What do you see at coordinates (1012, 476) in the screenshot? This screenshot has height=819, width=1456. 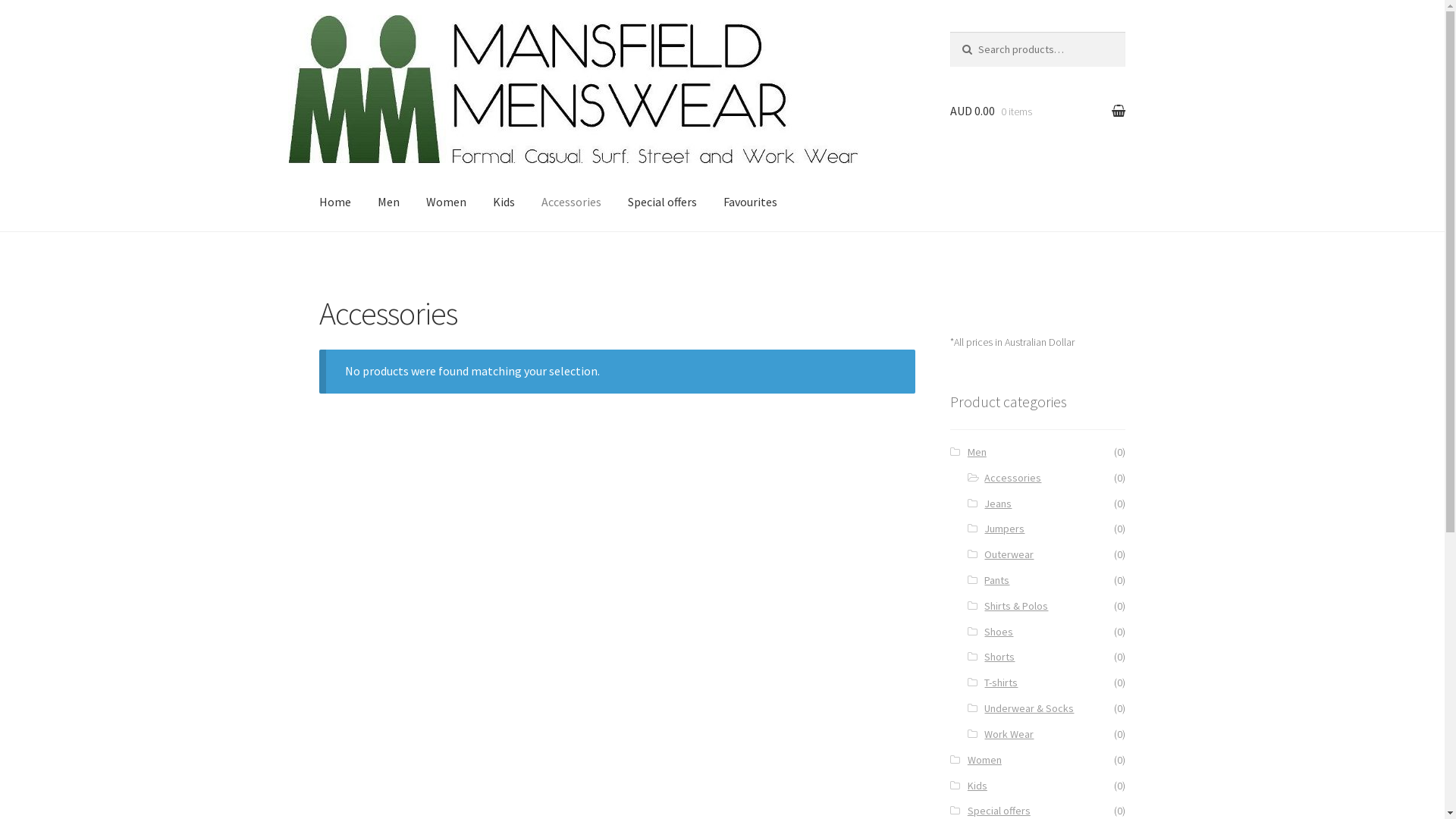 I see `'Accessories'` at bounding box center [1012, 476].